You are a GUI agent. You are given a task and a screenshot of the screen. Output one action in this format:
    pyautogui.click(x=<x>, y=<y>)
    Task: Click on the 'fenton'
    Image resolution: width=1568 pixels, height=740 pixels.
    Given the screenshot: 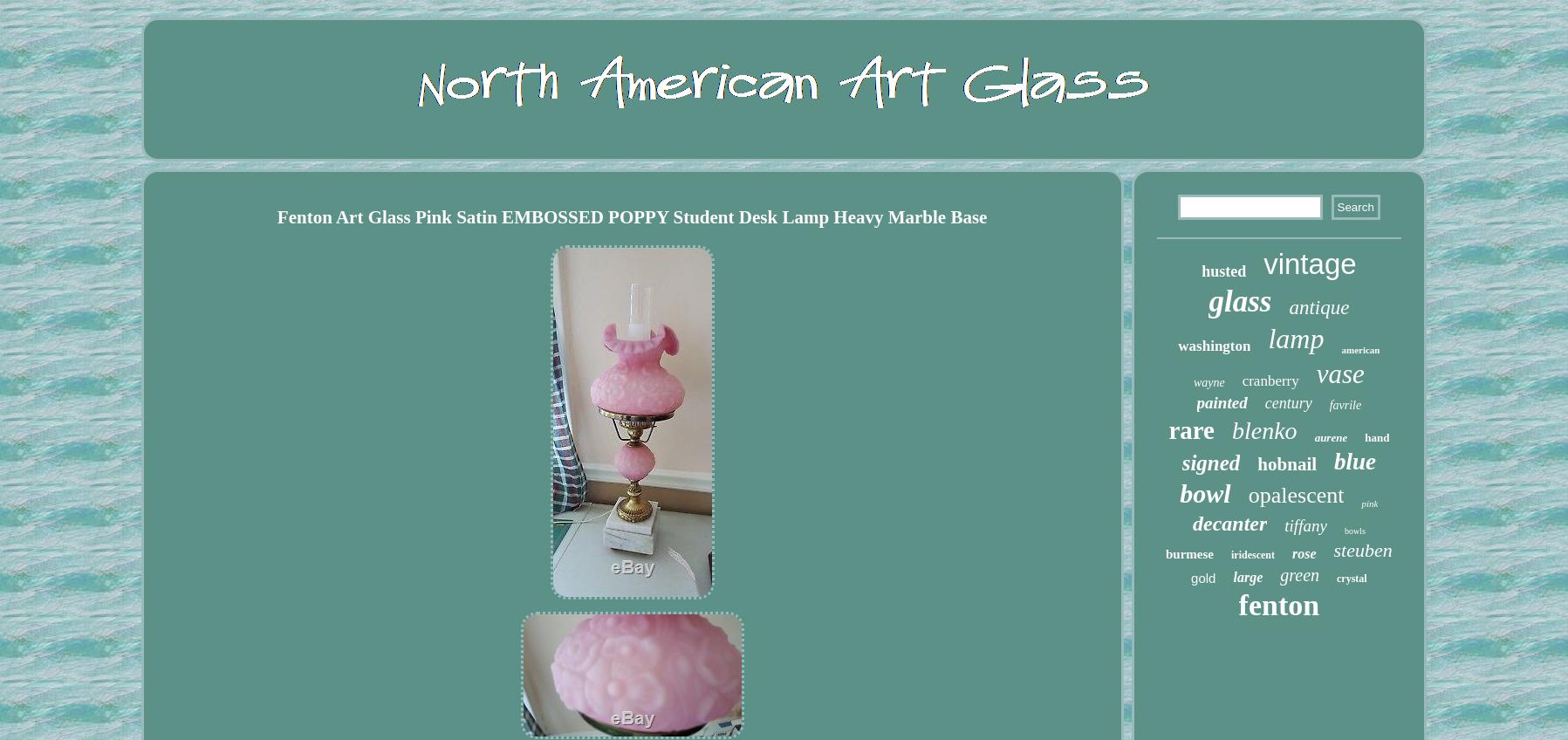 What is the action you would take?
    pyautogui.click(x=1277, y=605)
    